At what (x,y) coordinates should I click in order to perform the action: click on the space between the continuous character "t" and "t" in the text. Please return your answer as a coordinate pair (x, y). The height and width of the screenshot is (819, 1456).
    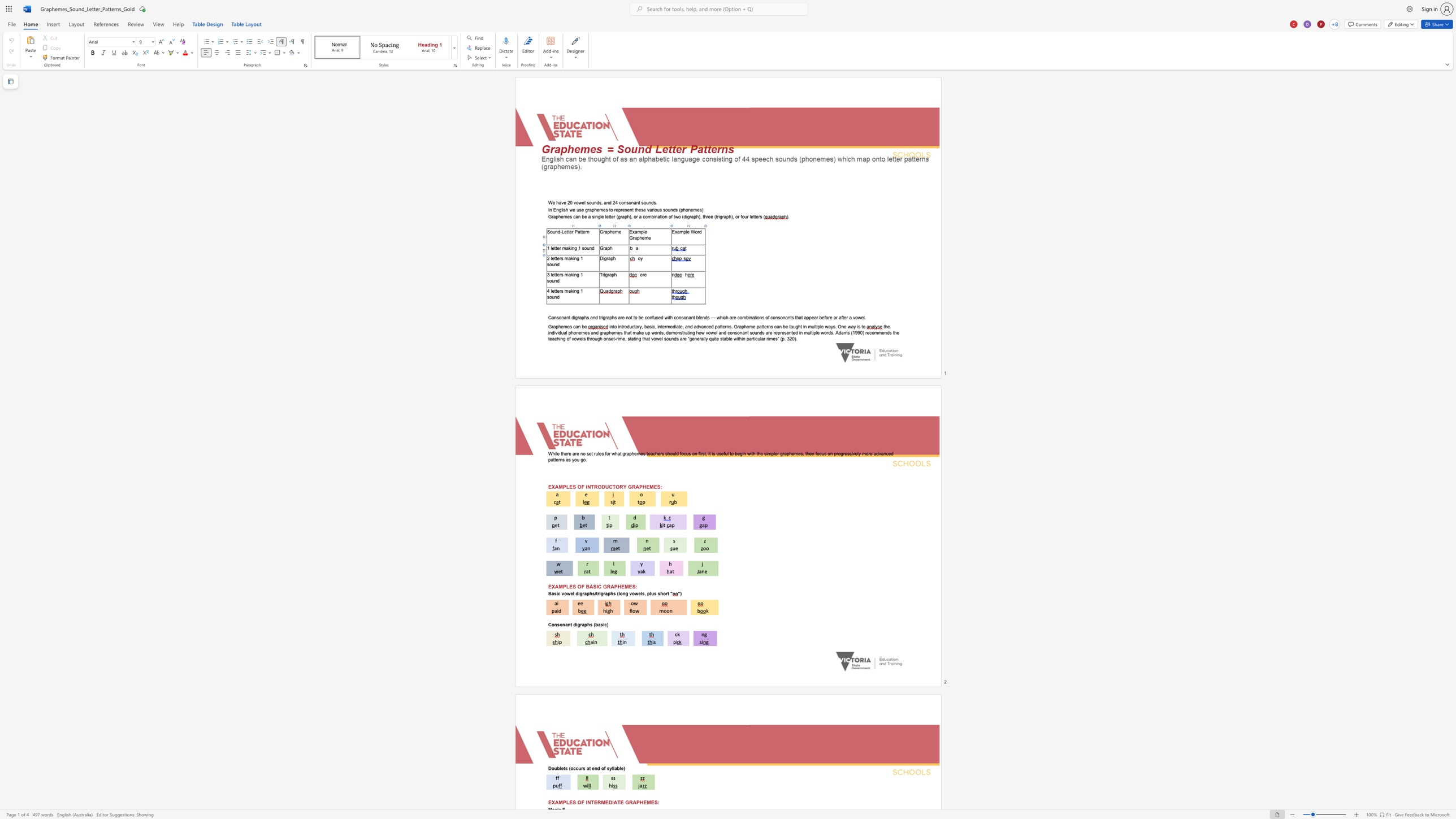
    Looking at the image, I should click on (556, 258).